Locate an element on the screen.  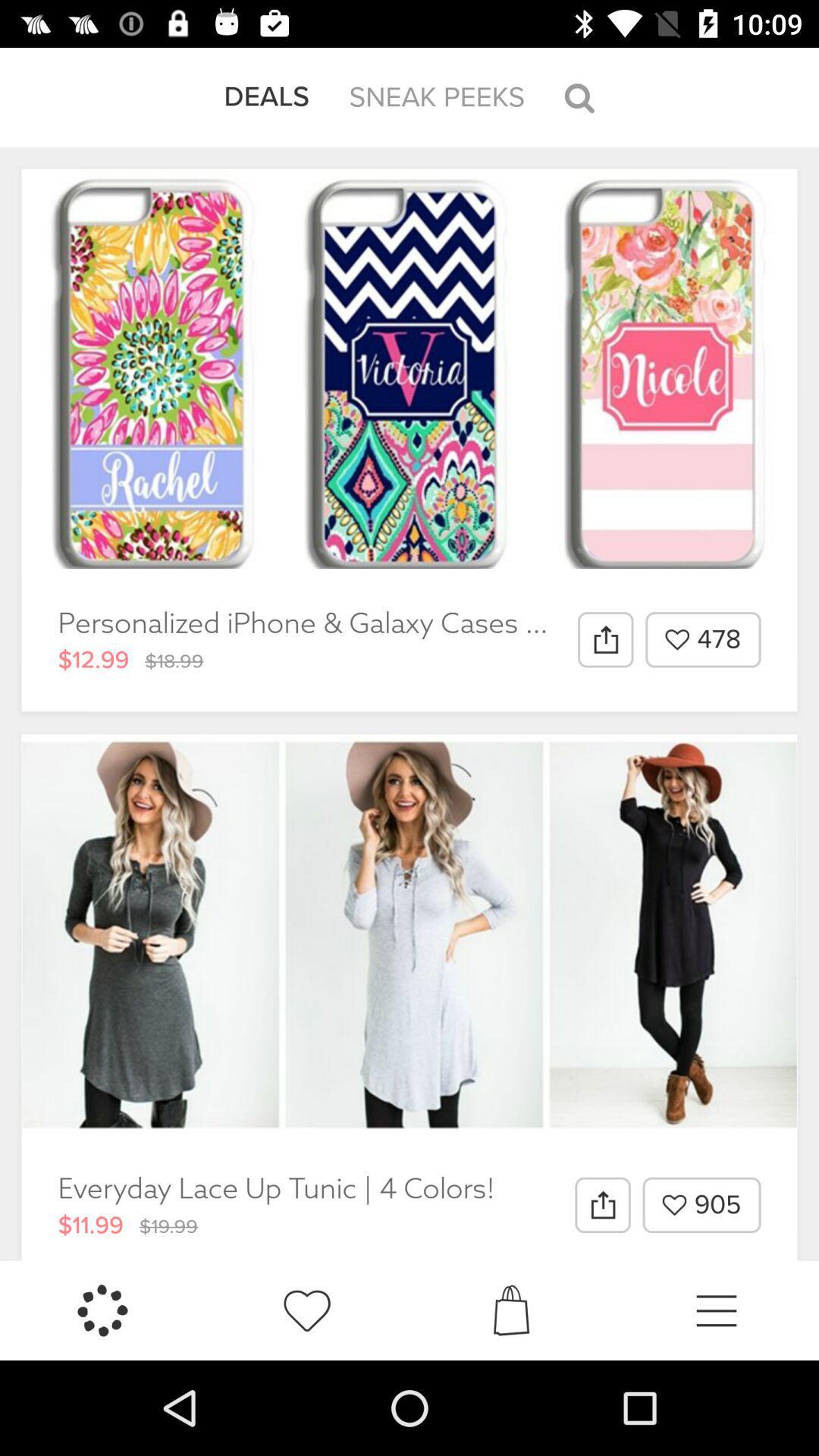
905 item is located at coordinates (701, 1204).